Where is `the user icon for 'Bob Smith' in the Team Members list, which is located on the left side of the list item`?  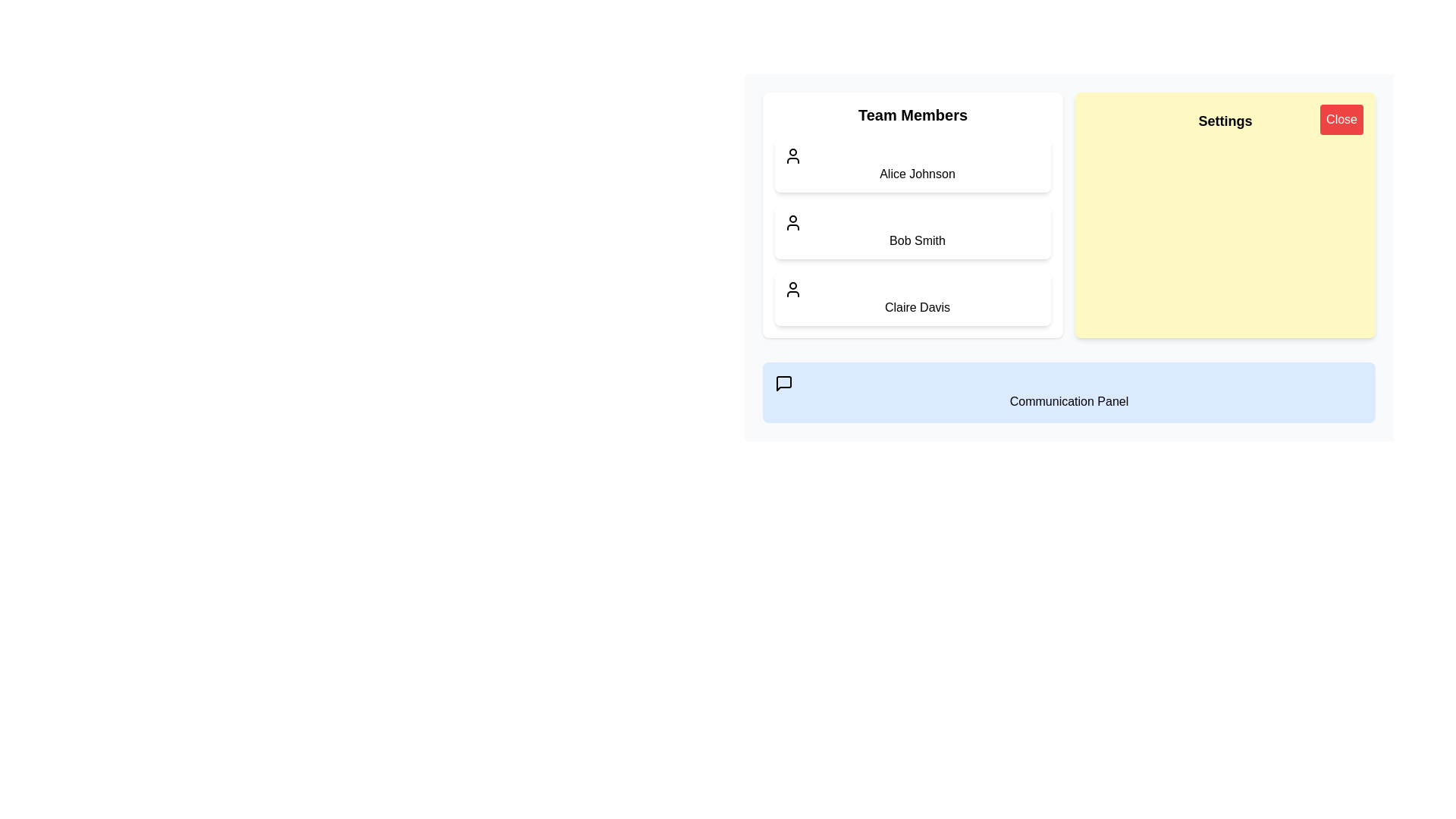 the user icon for 'Bob Smith' in the Team Members list, which is located on the left side of the list item is located at coordinates (792, 222).